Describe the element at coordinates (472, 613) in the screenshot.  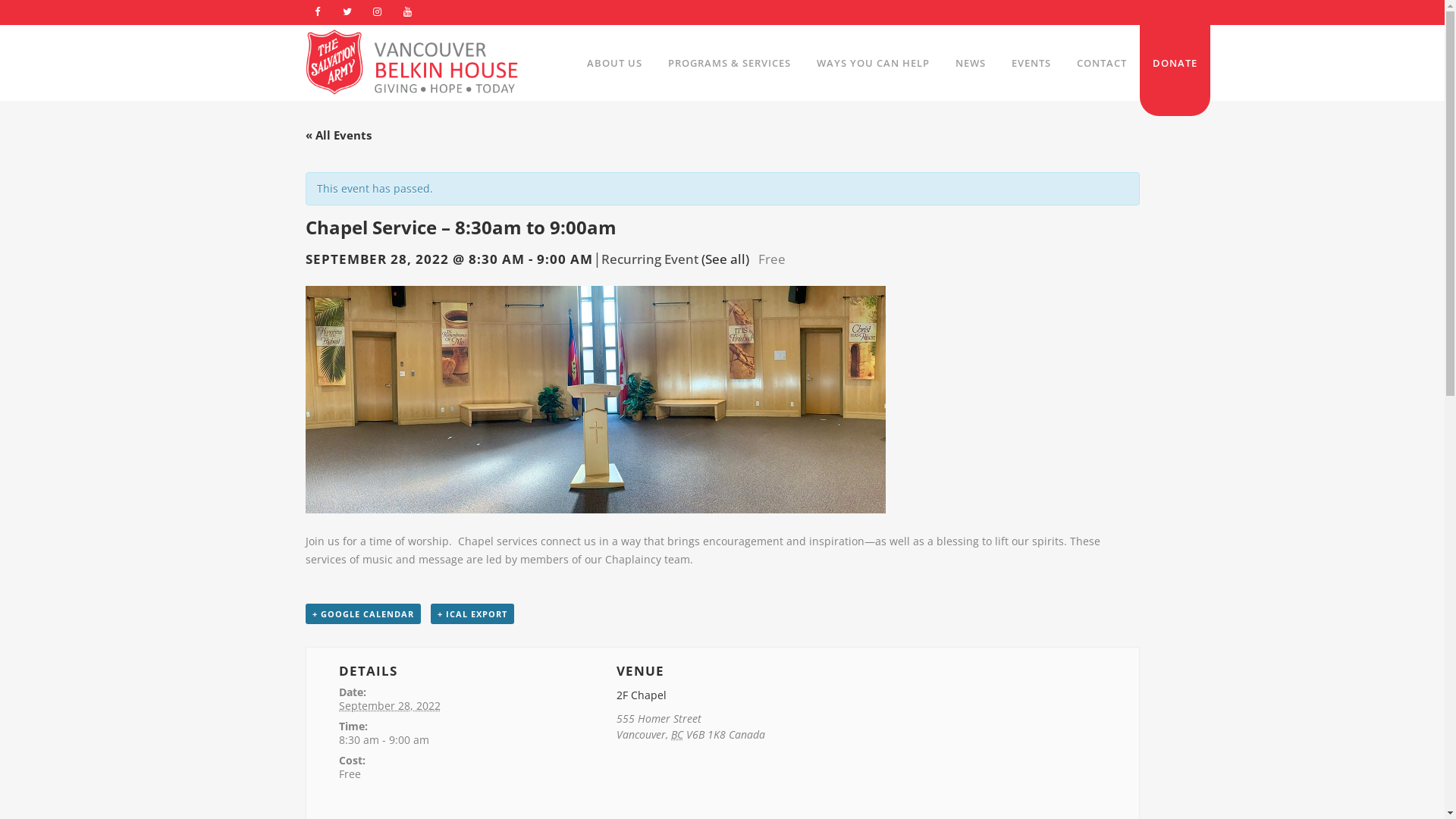
I see `'+ ICAL EXPORT'` at that location.